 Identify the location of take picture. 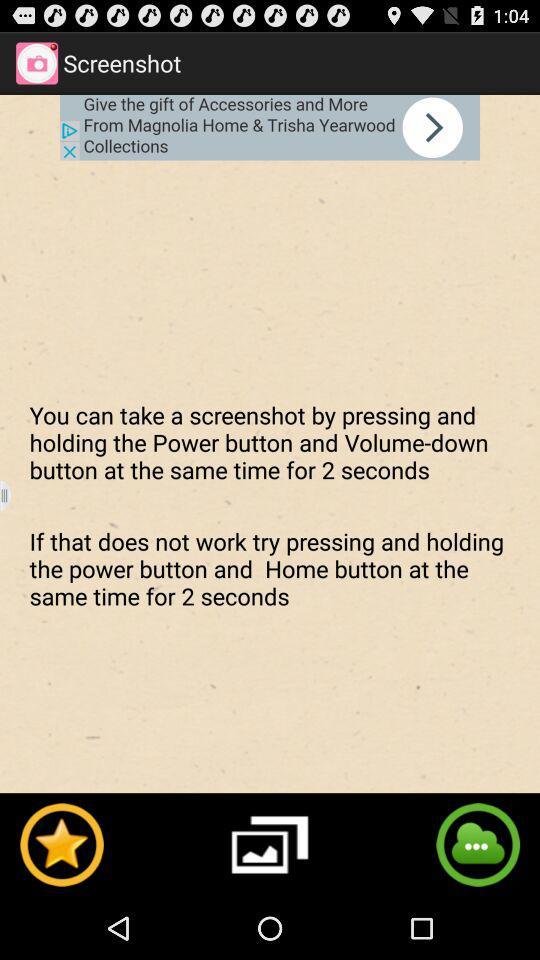
(270, 843).